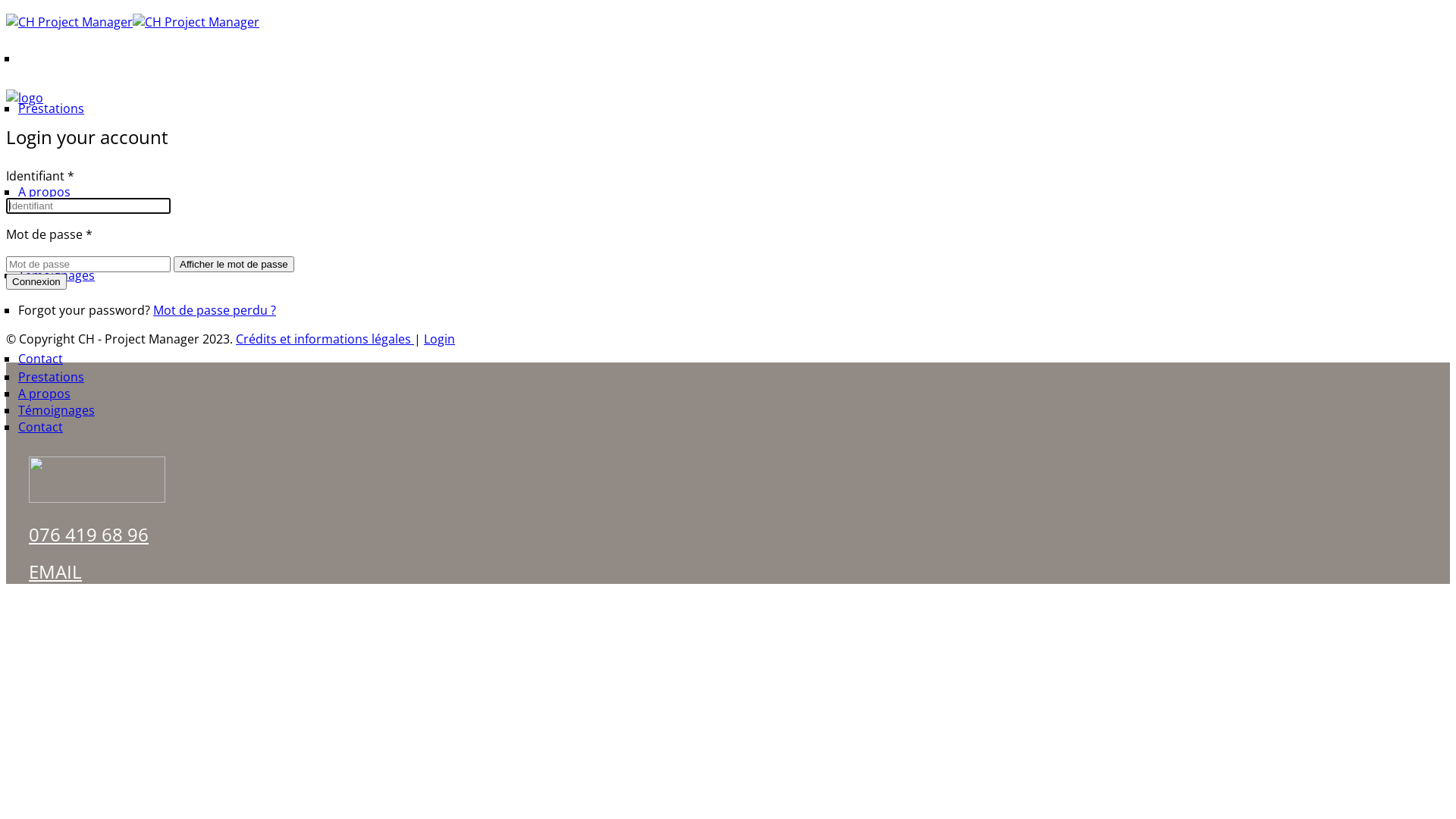  Describe the element at coordinates (87, 533) in the screenshot. I see `'076 419 68 96'` at that location.